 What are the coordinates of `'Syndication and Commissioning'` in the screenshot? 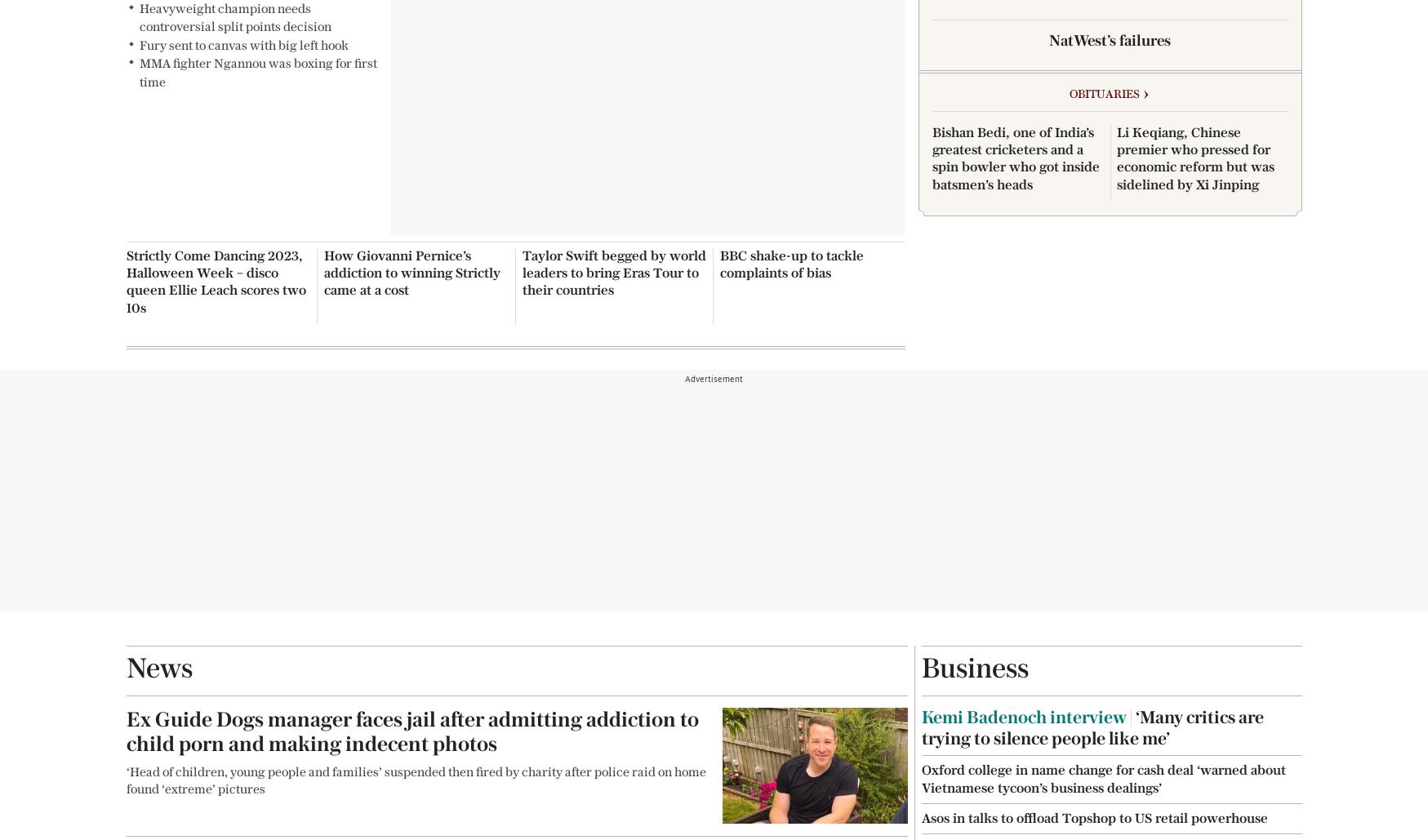 It's located at (378, 69).